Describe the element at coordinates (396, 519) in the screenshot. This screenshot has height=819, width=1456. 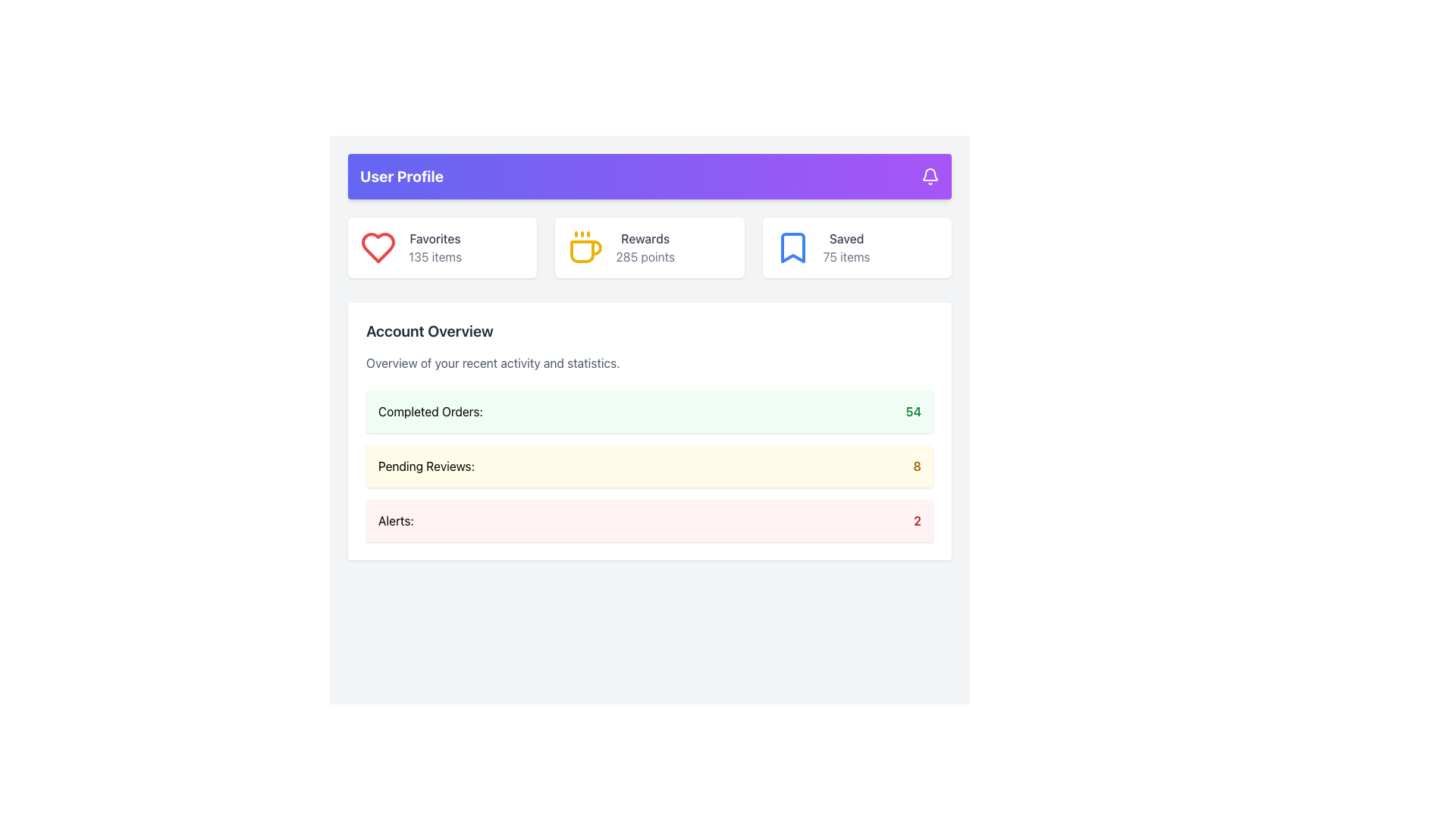
I see `the Text label that serves as a heading for the alert count, located inside a light red rectangular box in the 'Account Overview' section` at that location.